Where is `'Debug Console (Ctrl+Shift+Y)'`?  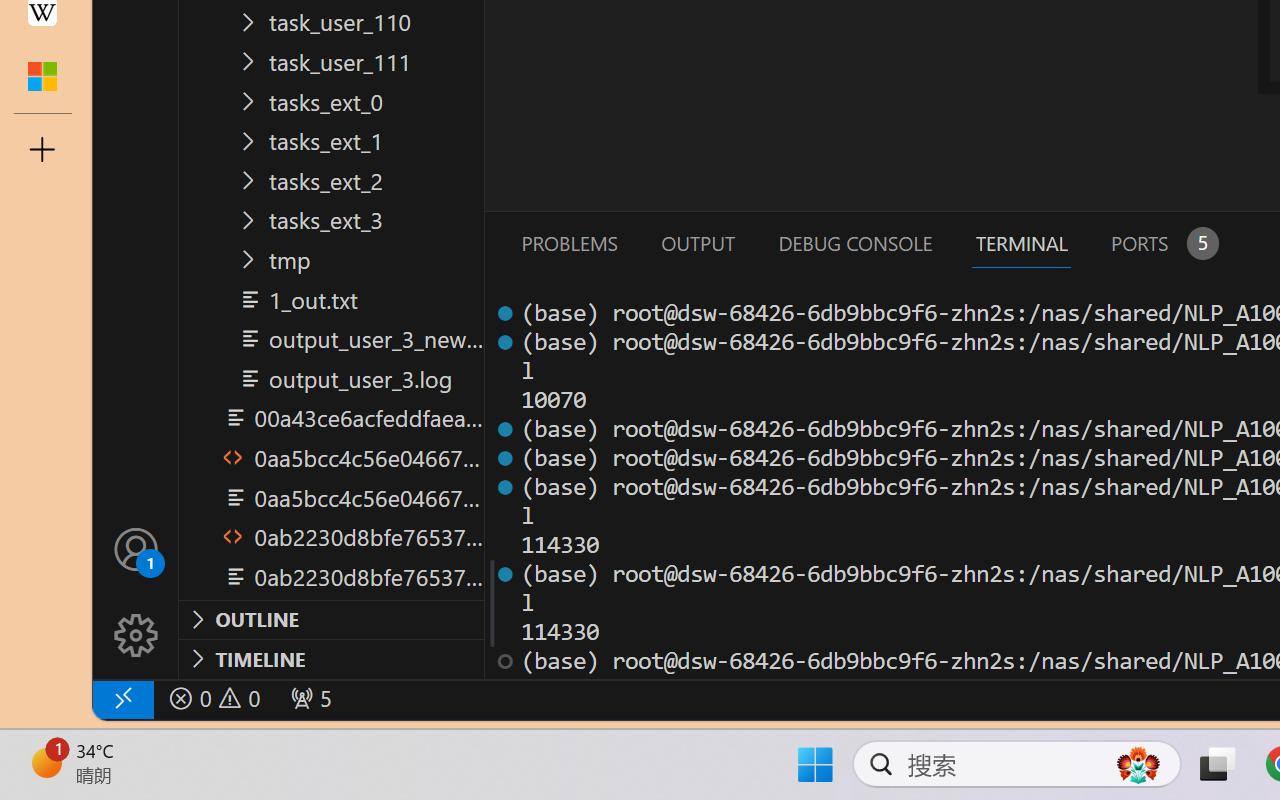
'Debug Console (Ctrl+Shift+Y)' is located at coordinates (854, 242).